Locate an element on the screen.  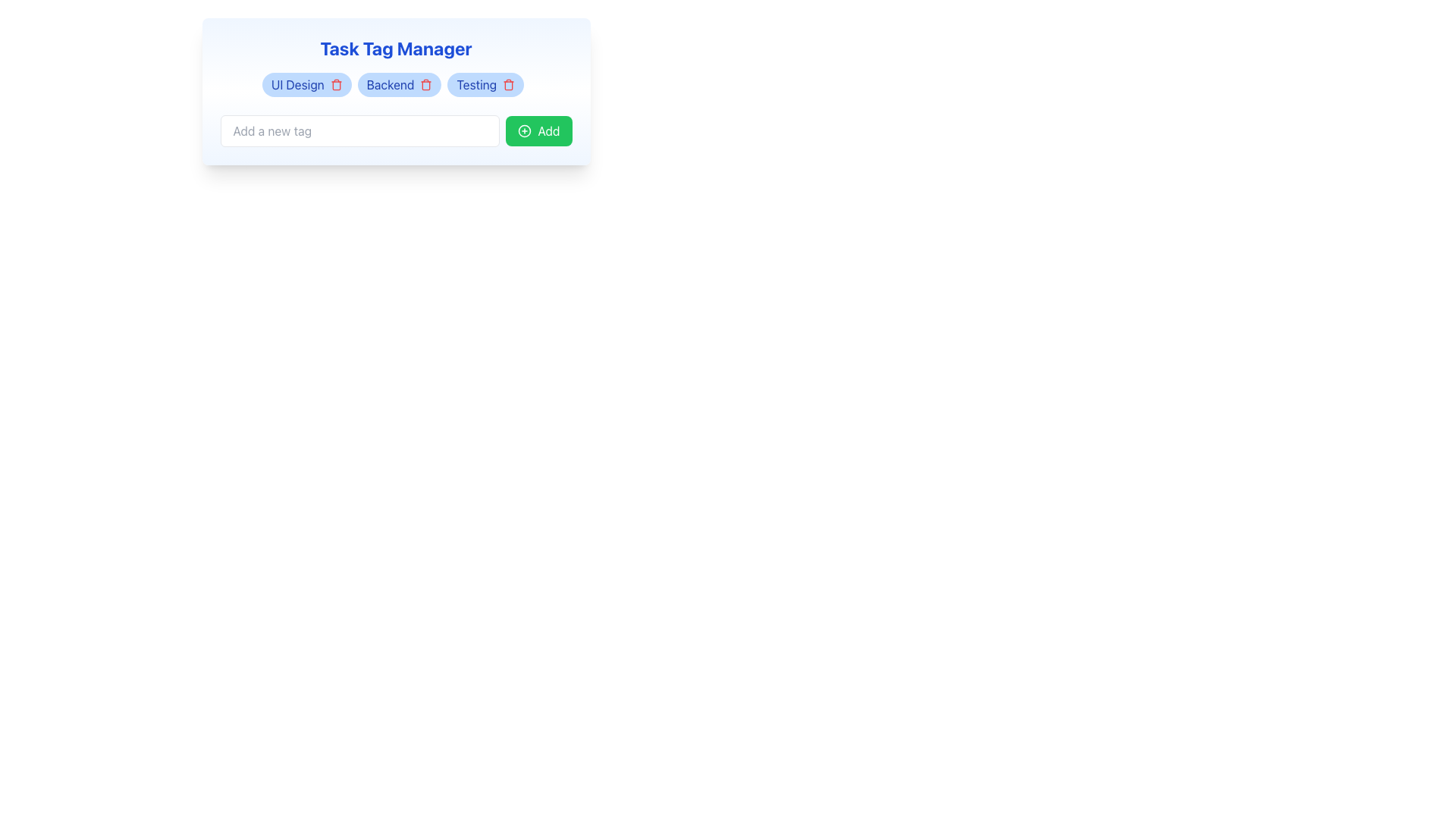
the delete icon button located at the right end of the 'Testing' button in the Task Tag Manager is located at coordinates (509, 84).